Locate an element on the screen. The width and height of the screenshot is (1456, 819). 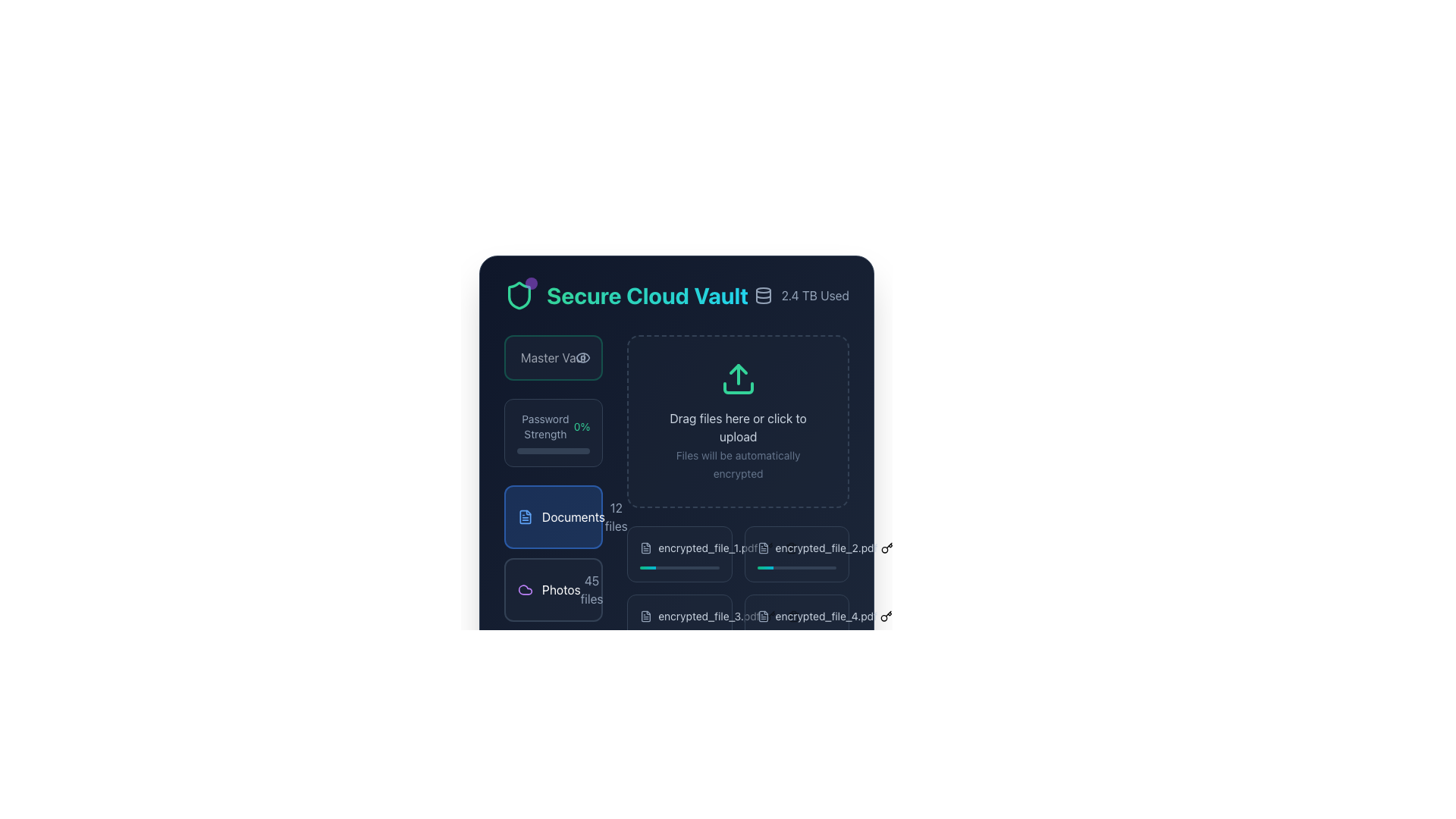
the database icon, which is dark gray and located to the left of the text '2.4 TB Used' in the top-right section of the interface is located at coordinates (763, 295).